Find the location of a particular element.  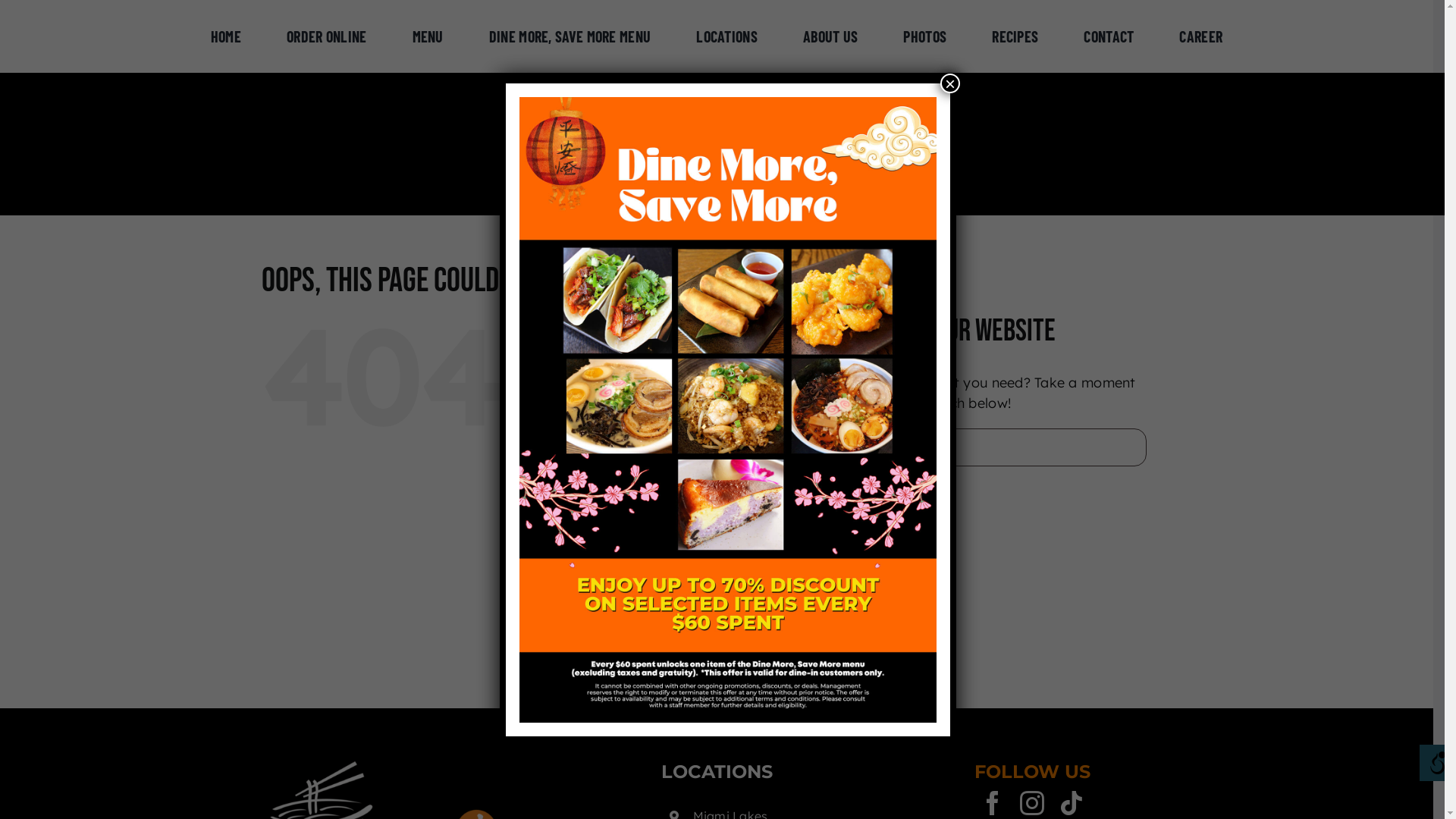

'CAREER' is located at coordinates (1178, 35).